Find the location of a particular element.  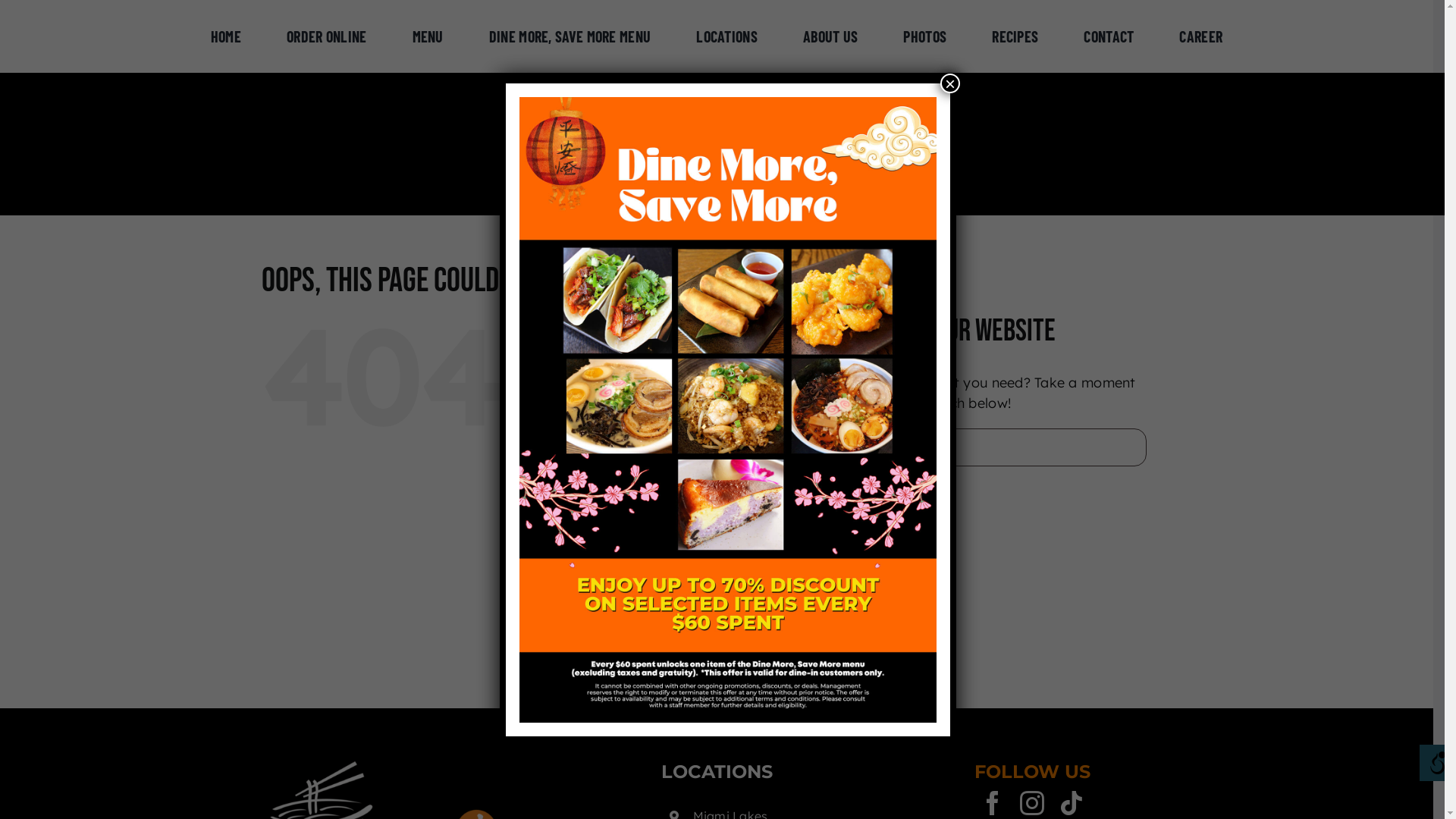

'CAREER' is located at coordinates (1178, 35).